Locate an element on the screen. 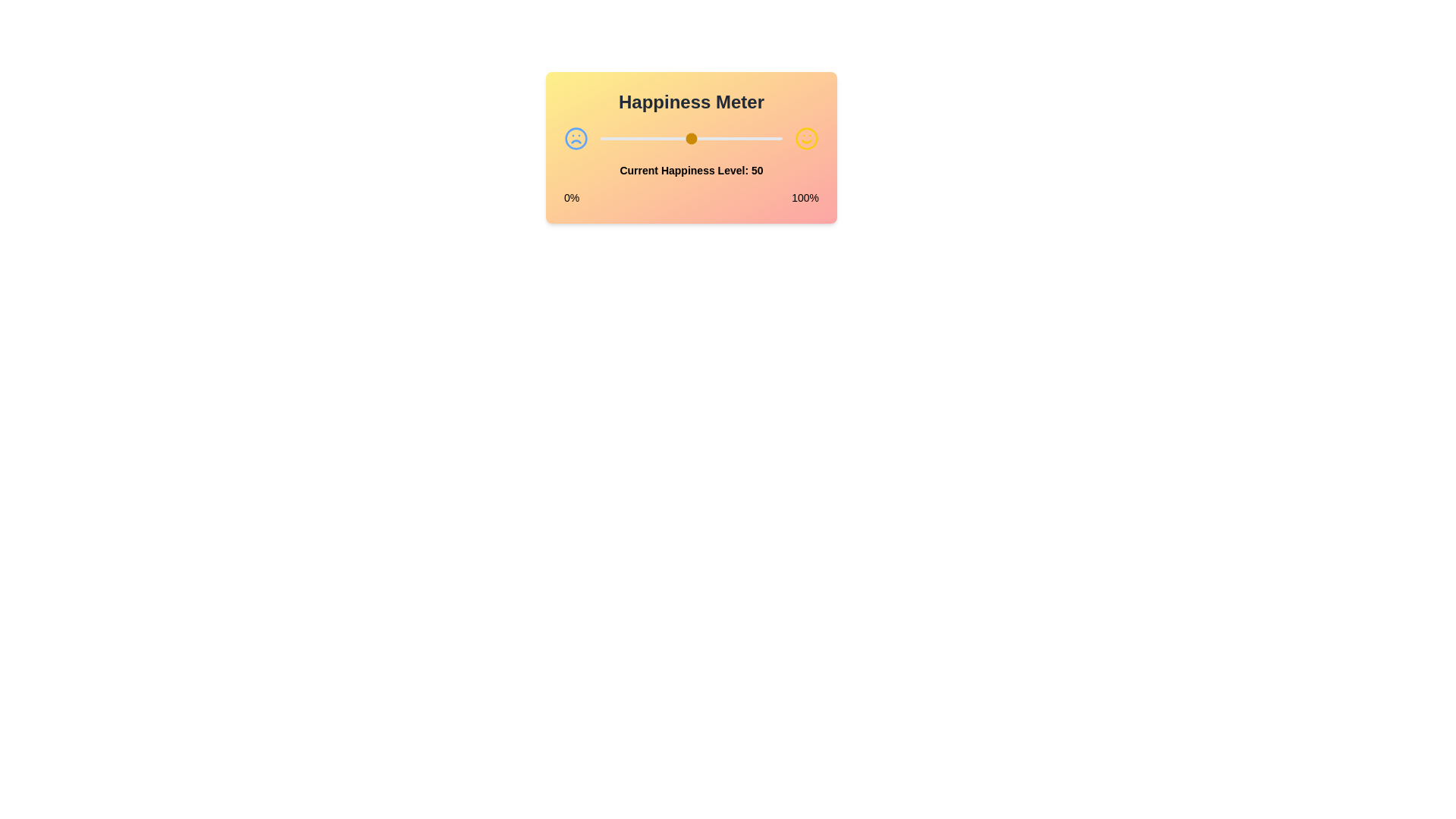  the happiness level to 72 by dragging the slider is located at coordinates (731, 138).